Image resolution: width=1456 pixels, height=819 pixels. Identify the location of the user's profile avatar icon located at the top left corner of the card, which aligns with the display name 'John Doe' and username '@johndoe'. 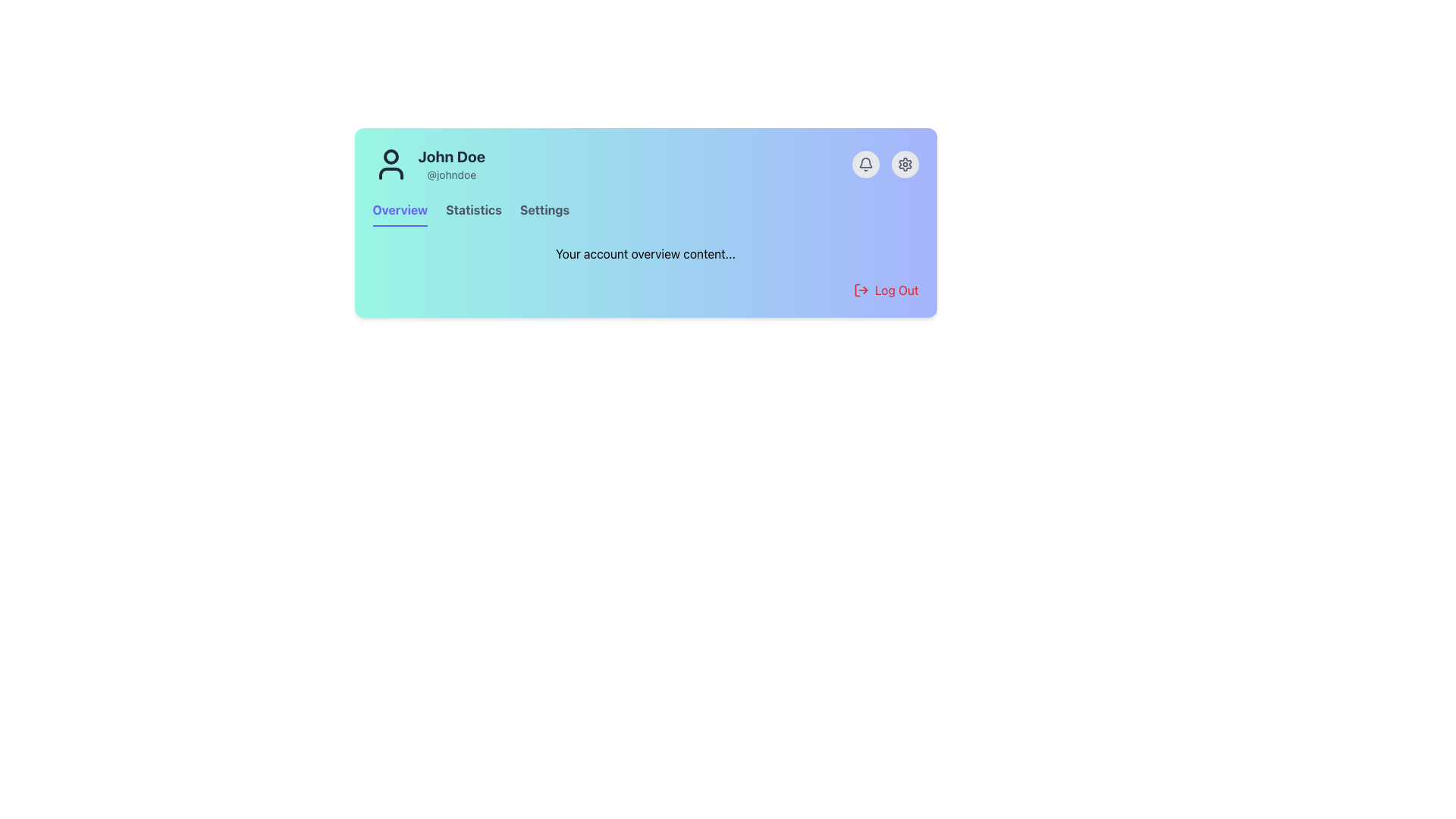
(391, 164).